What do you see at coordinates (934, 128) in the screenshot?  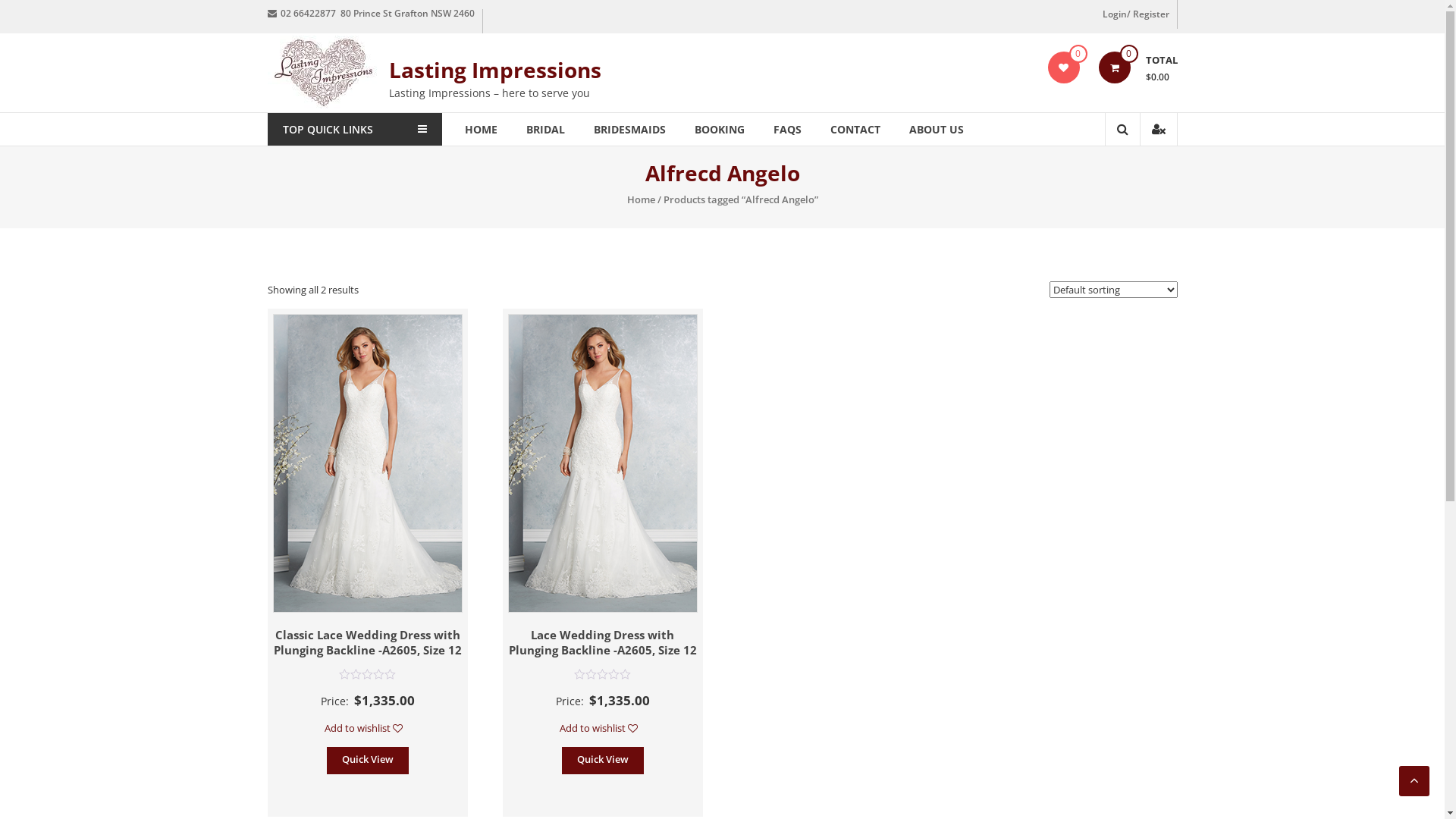 I see `'ABOUT US'` at bounding box center [934, 128].